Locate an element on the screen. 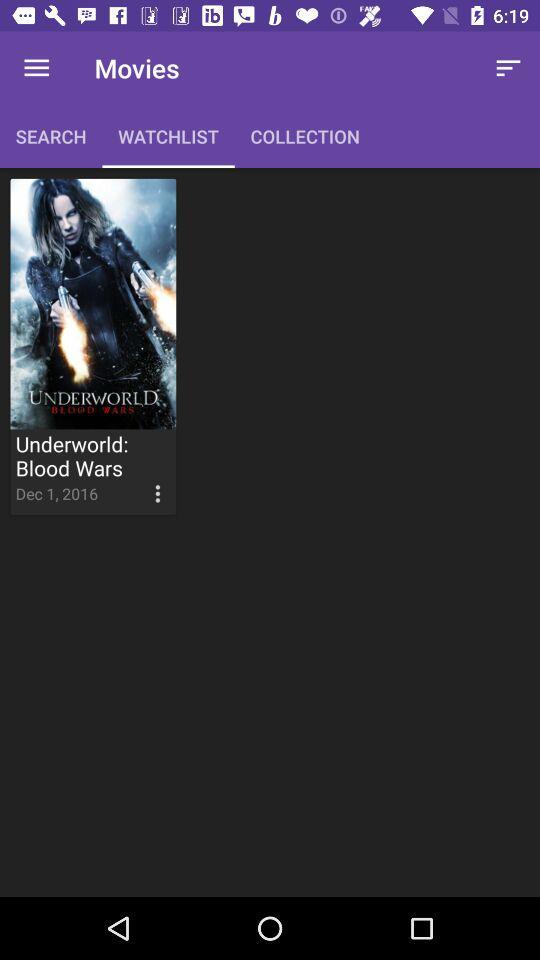  the icon to the right of the dec 1, 2016 is located at coordinates (138, 478).